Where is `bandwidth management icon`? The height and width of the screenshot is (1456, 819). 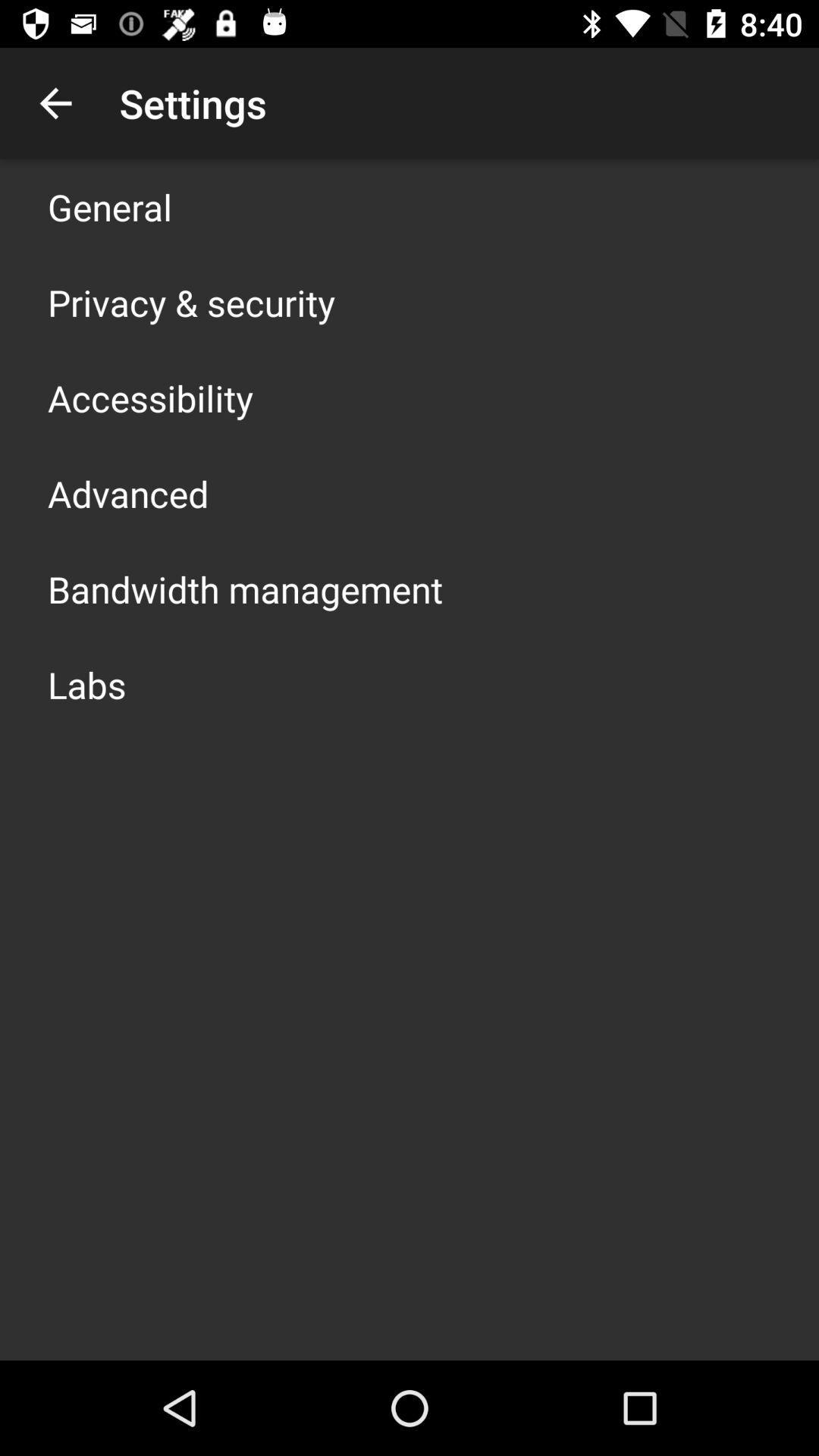
bandwidth management icon is located at coordinates (244, 588).